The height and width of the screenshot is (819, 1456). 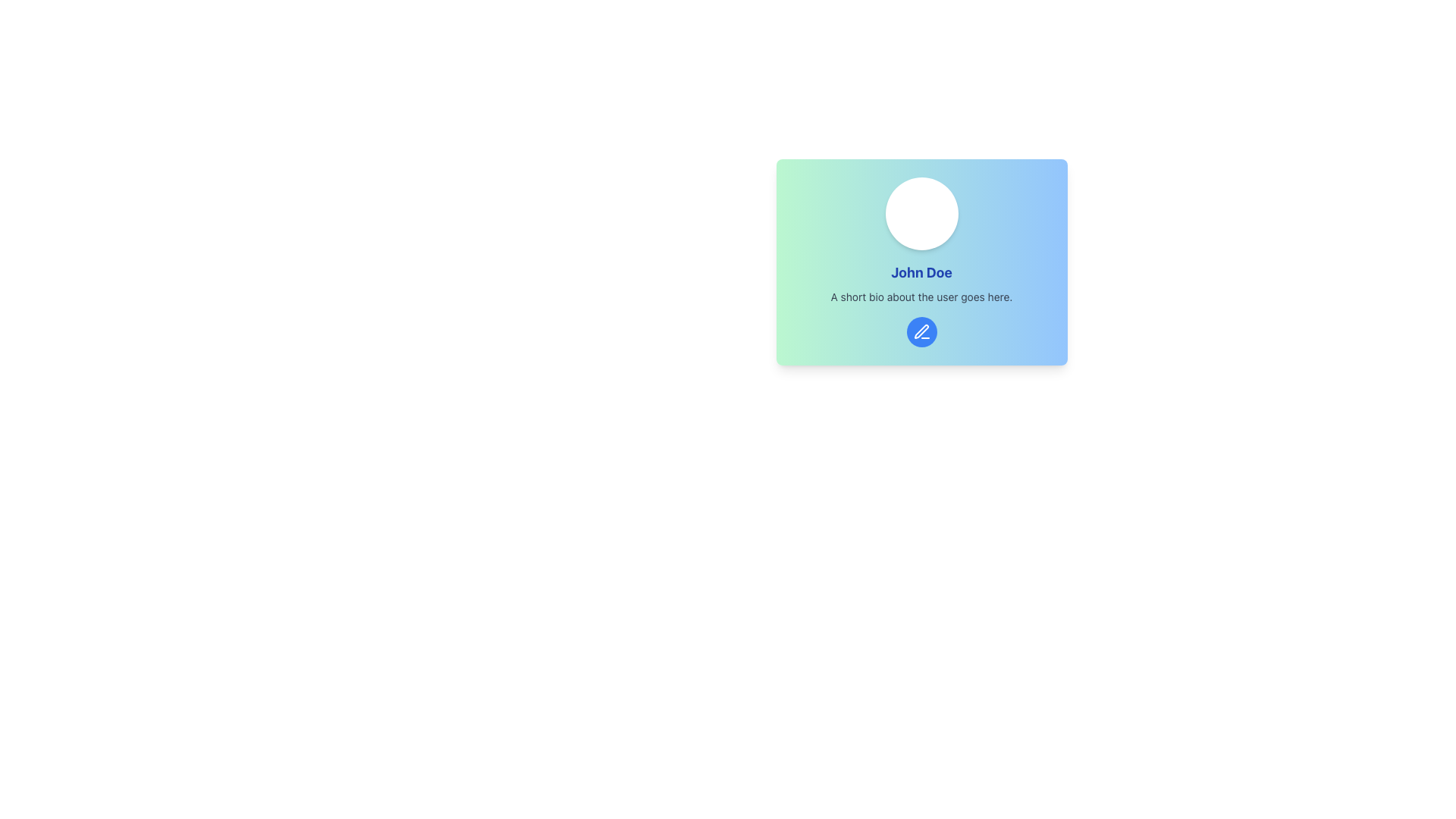 I want to click on text from the Text Label displaying 'John Doe', which is styled in bold and blue font, located in the center of a card layout below a profile image, so click(x=921, y=271).